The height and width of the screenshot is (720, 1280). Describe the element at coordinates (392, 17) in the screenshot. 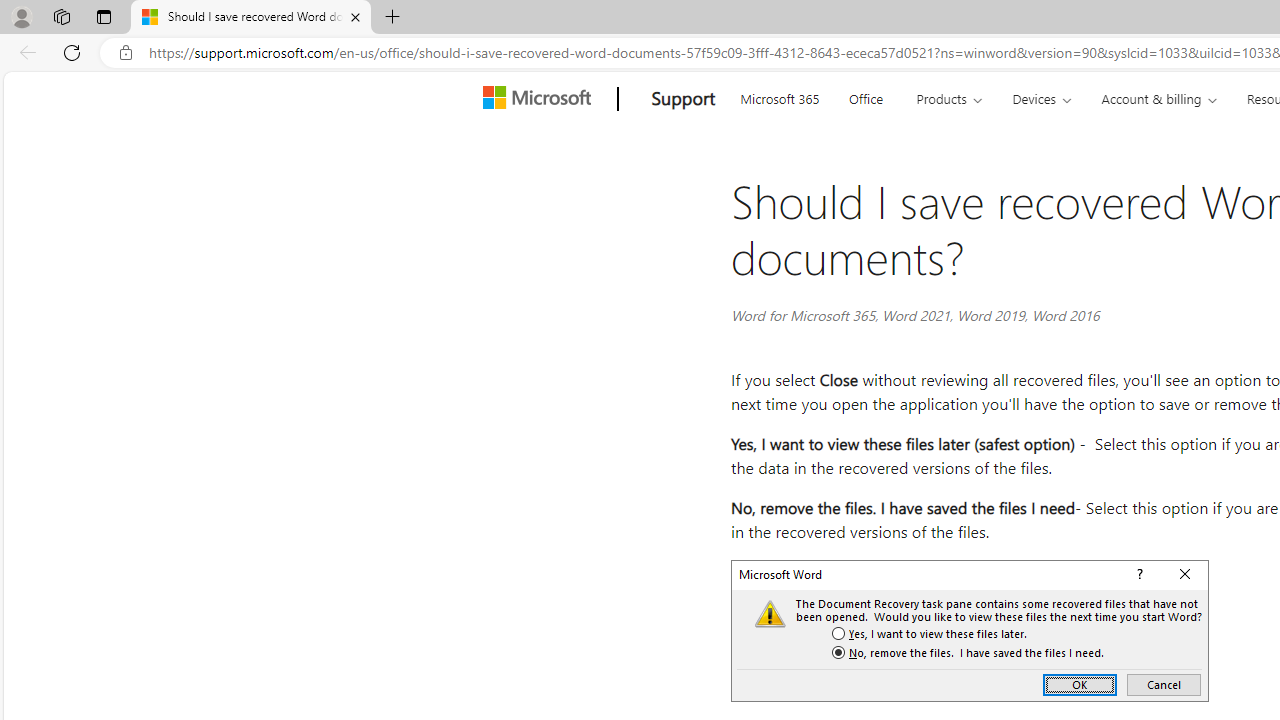

I see `'New Tab'` at that location.